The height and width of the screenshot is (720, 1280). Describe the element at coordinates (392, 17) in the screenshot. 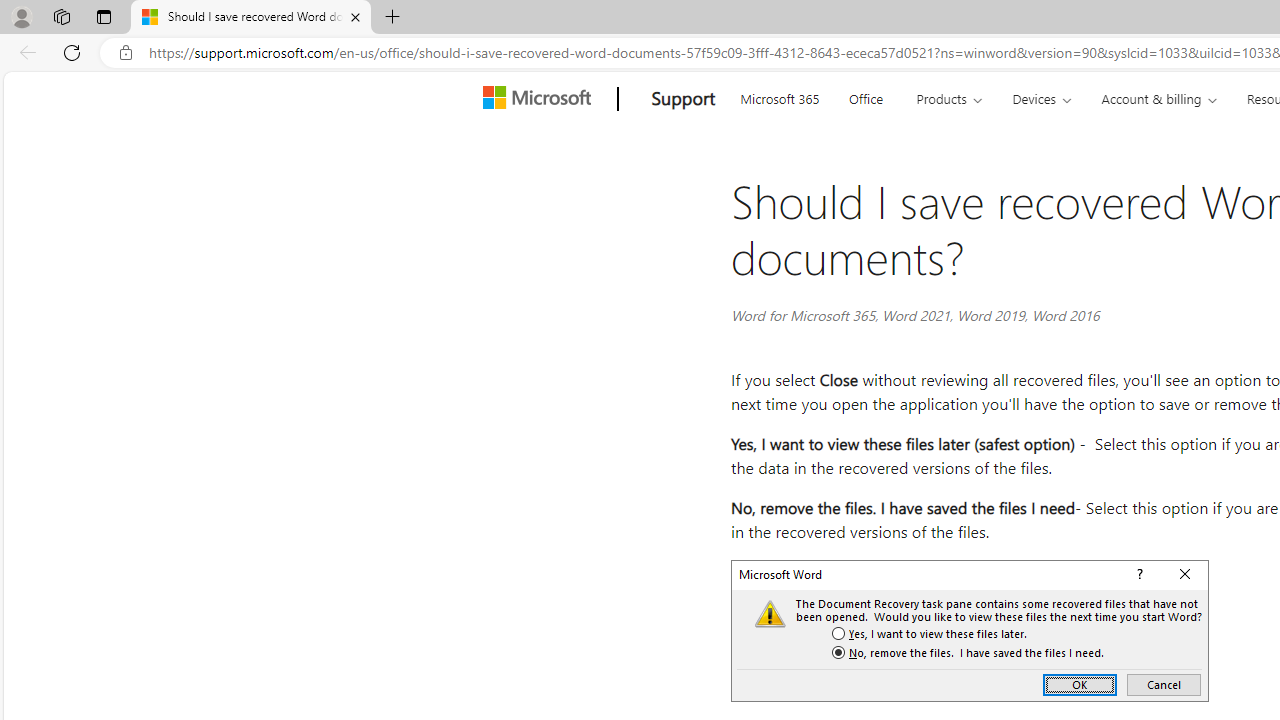

I see `'New Tab'` at that location.